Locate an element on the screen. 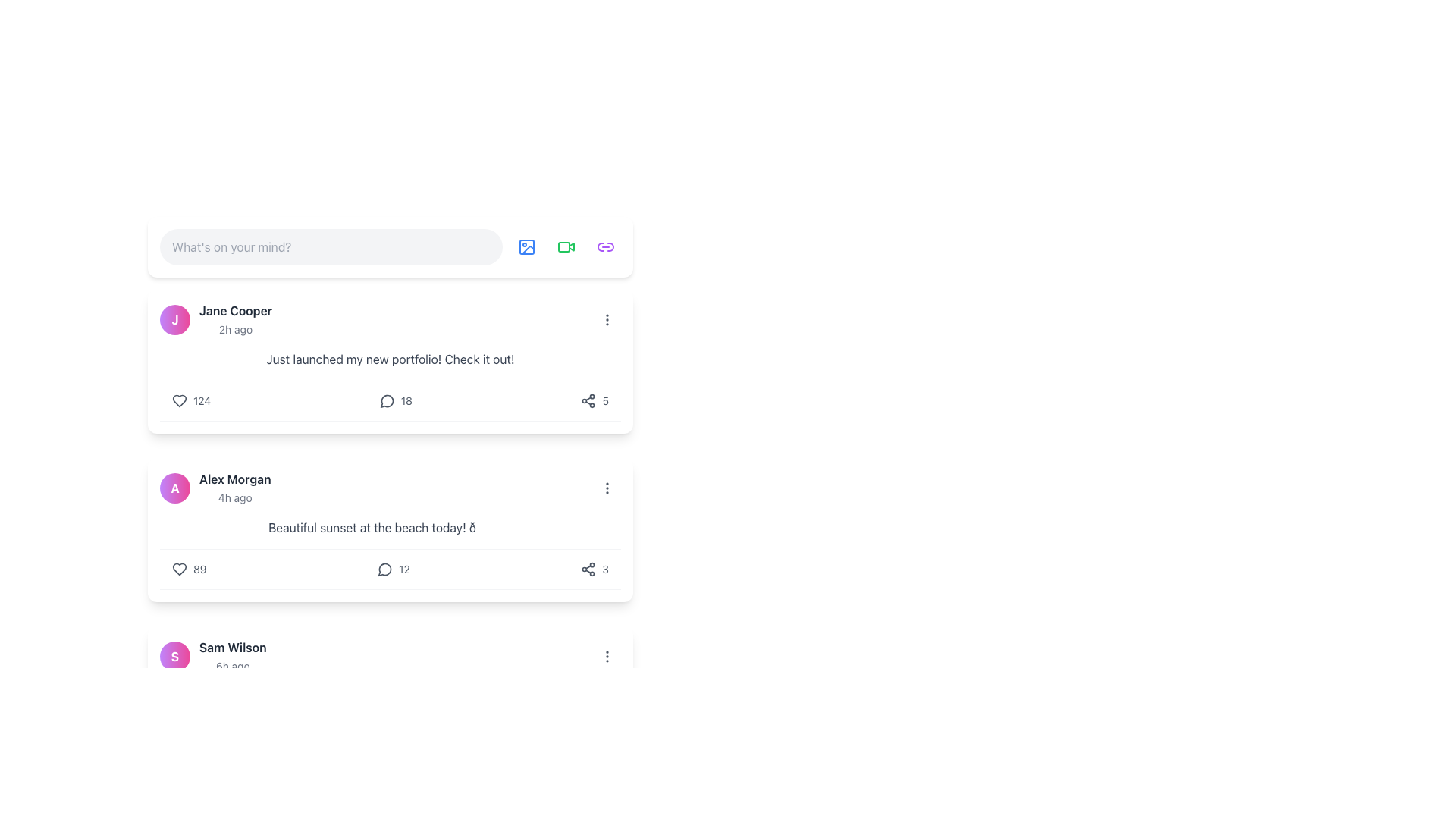 The width and height of the screenshot is (1456, 819). the Avatar or profile icon for the user 'Jane Cooper', which is the leftmost component in the top segment of the interface is located at coordinates (174, 318).